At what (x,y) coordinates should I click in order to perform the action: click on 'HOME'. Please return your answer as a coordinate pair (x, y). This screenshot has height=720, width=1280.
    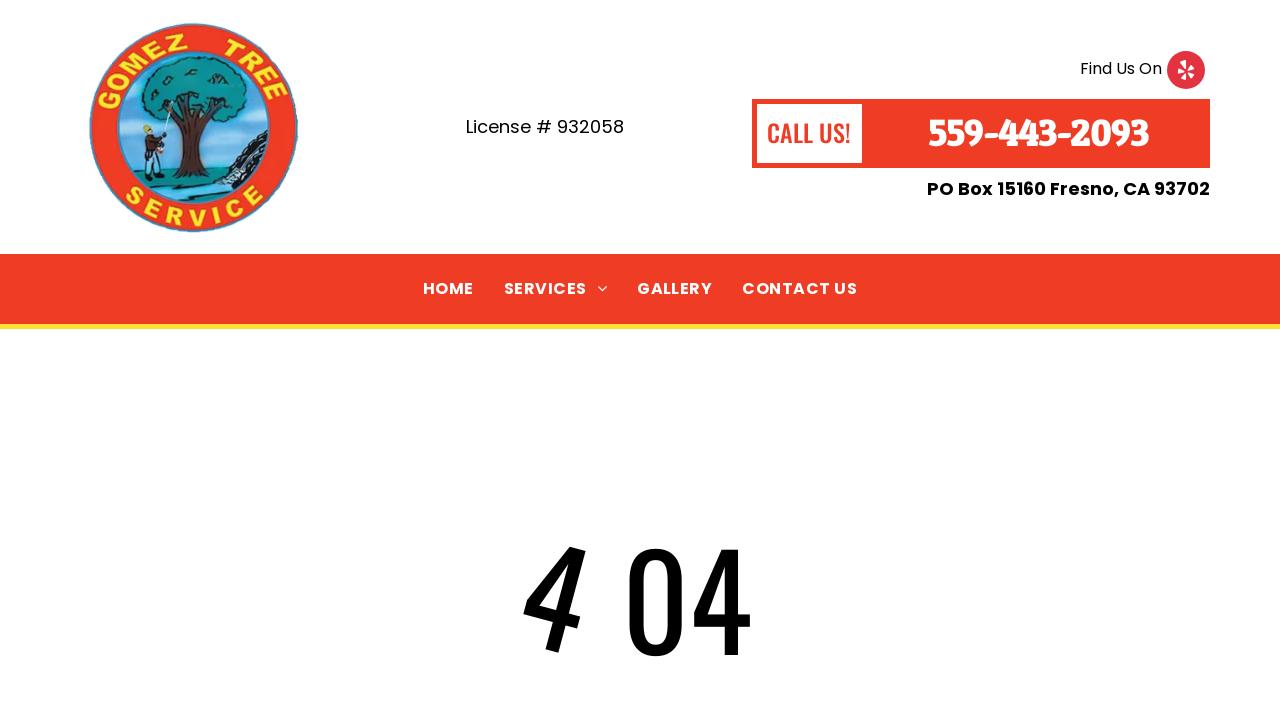
    Looking at the image, I should click on (446, 287).